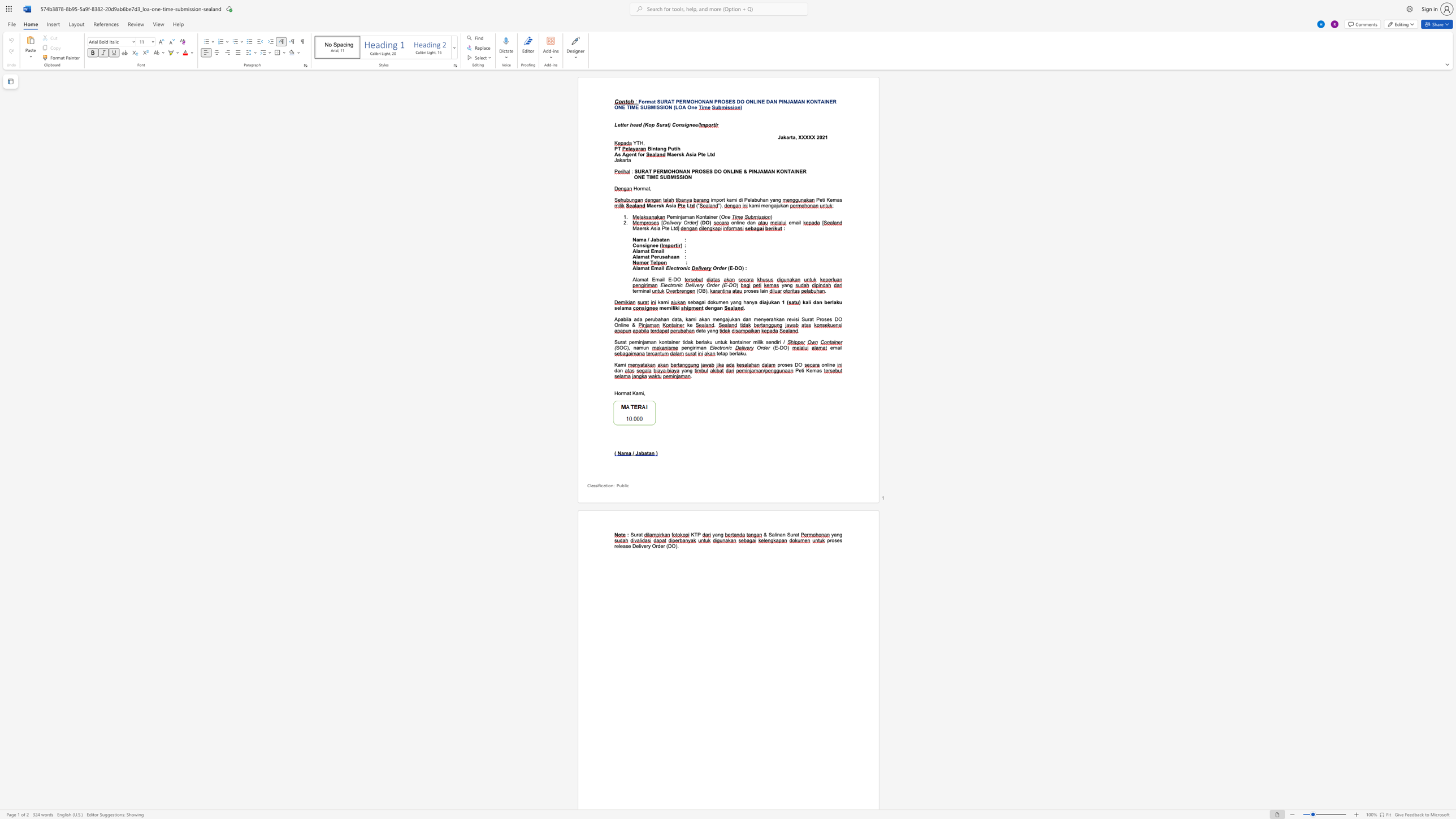 The width and height of the screenshot is (1456, 819). Describe the element at coordinates (618, 325) in the screenshot. I see `the subset text "nl" within the text "Proses DO Online &"` at that location.